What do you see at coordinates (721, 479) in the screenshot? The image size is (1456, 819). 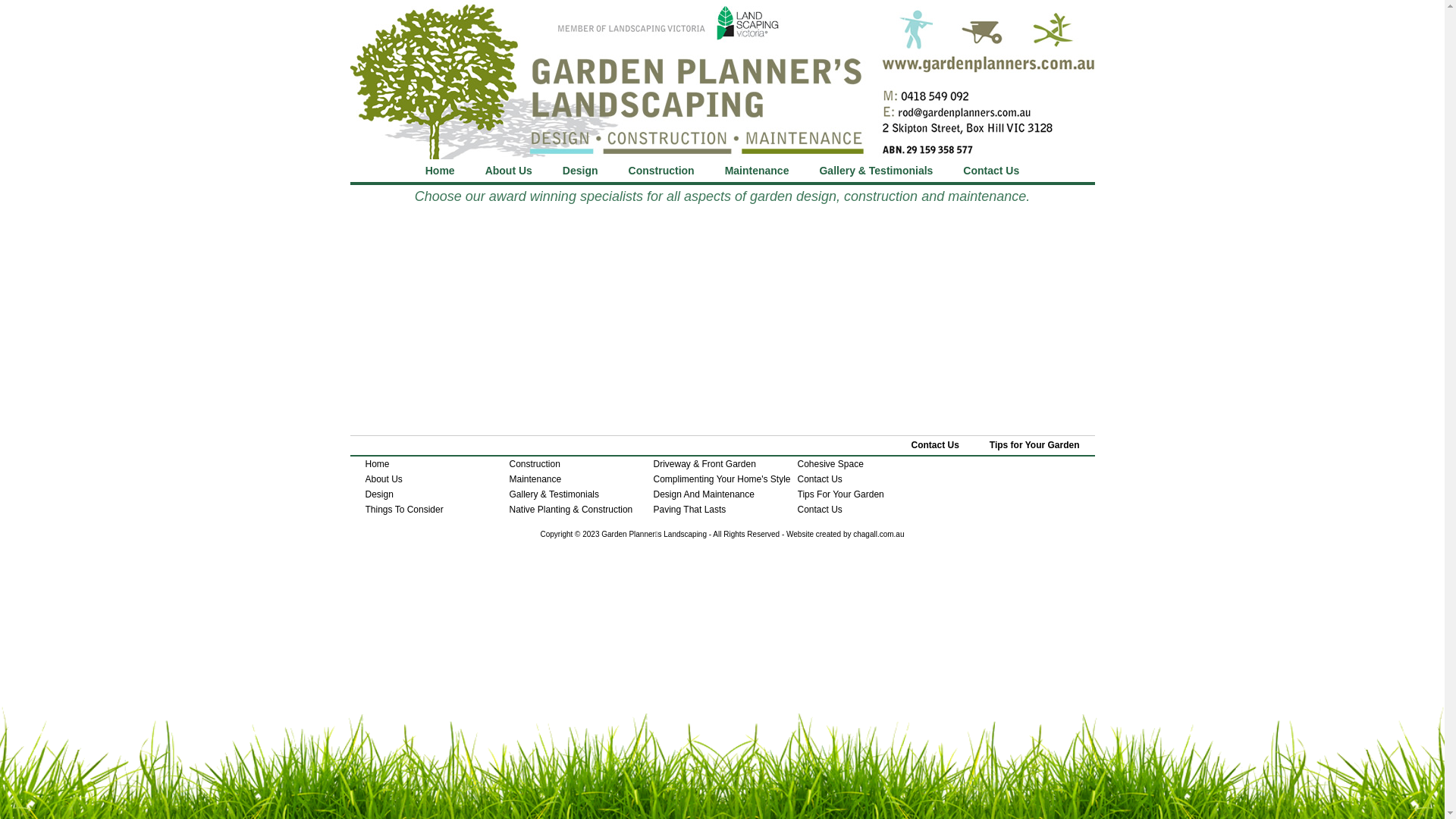 I see `'Complimenting Your Home's Style'` at bounding box center [721, 479].